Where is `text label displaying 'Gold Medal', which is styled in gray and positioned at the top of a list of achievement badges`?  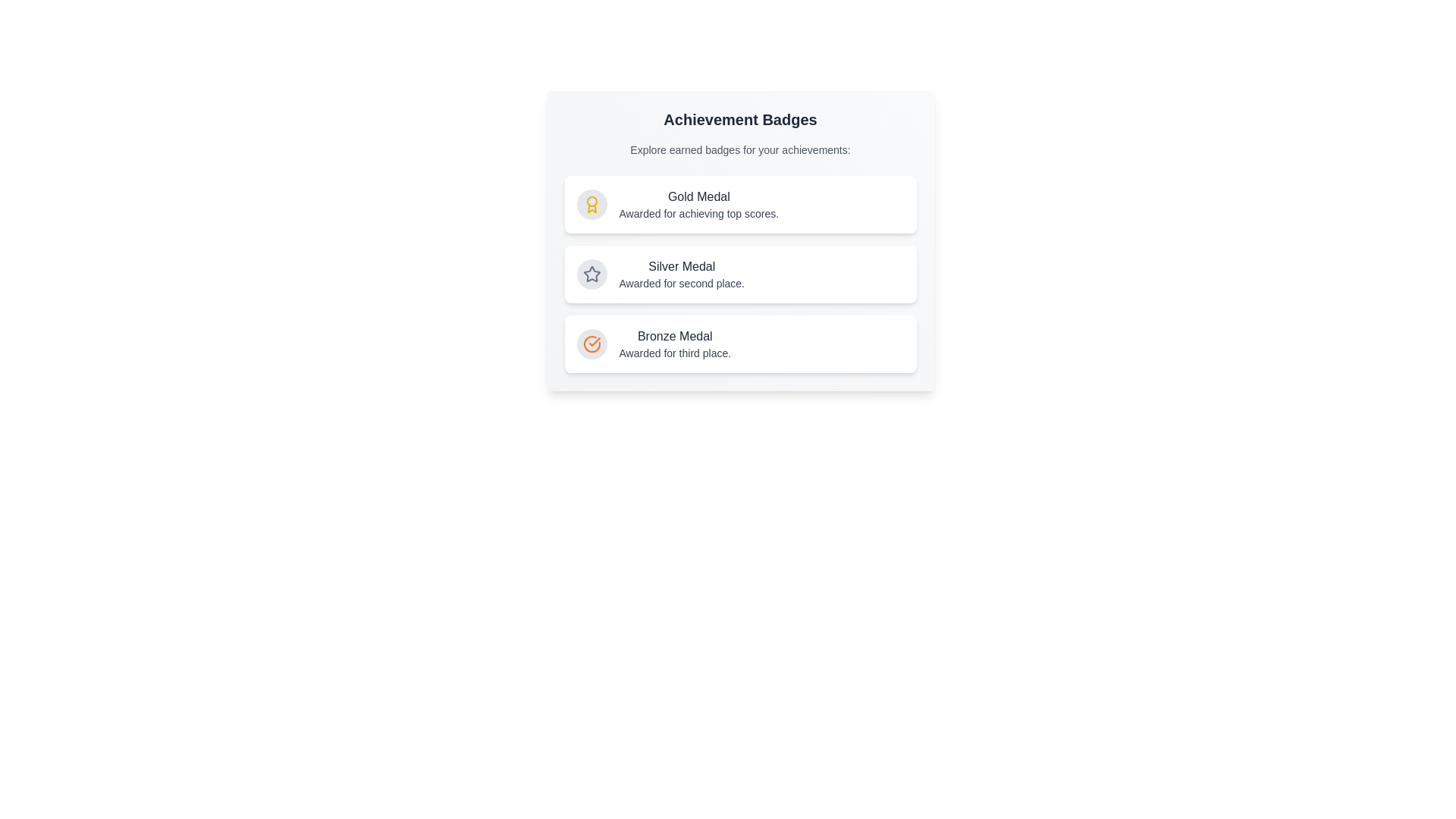 text label displaying 'Gold Medal', which is styled in gray and positioned at the top of a list of achievement badges is located at coordinates (698, 196).